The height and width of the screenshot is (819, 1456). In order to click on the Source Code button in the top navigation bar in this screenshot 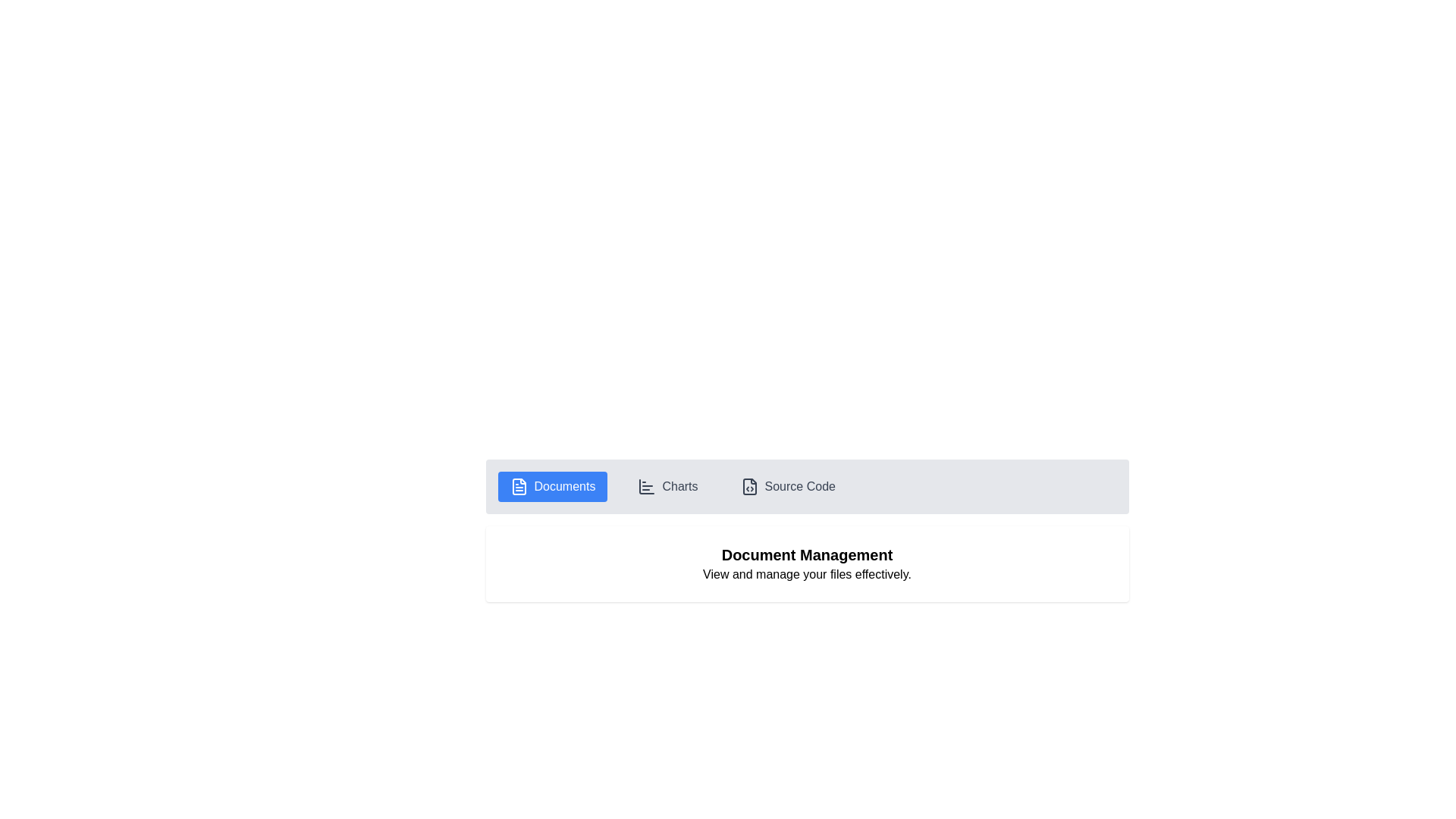, I will do `click(749, 486)`.